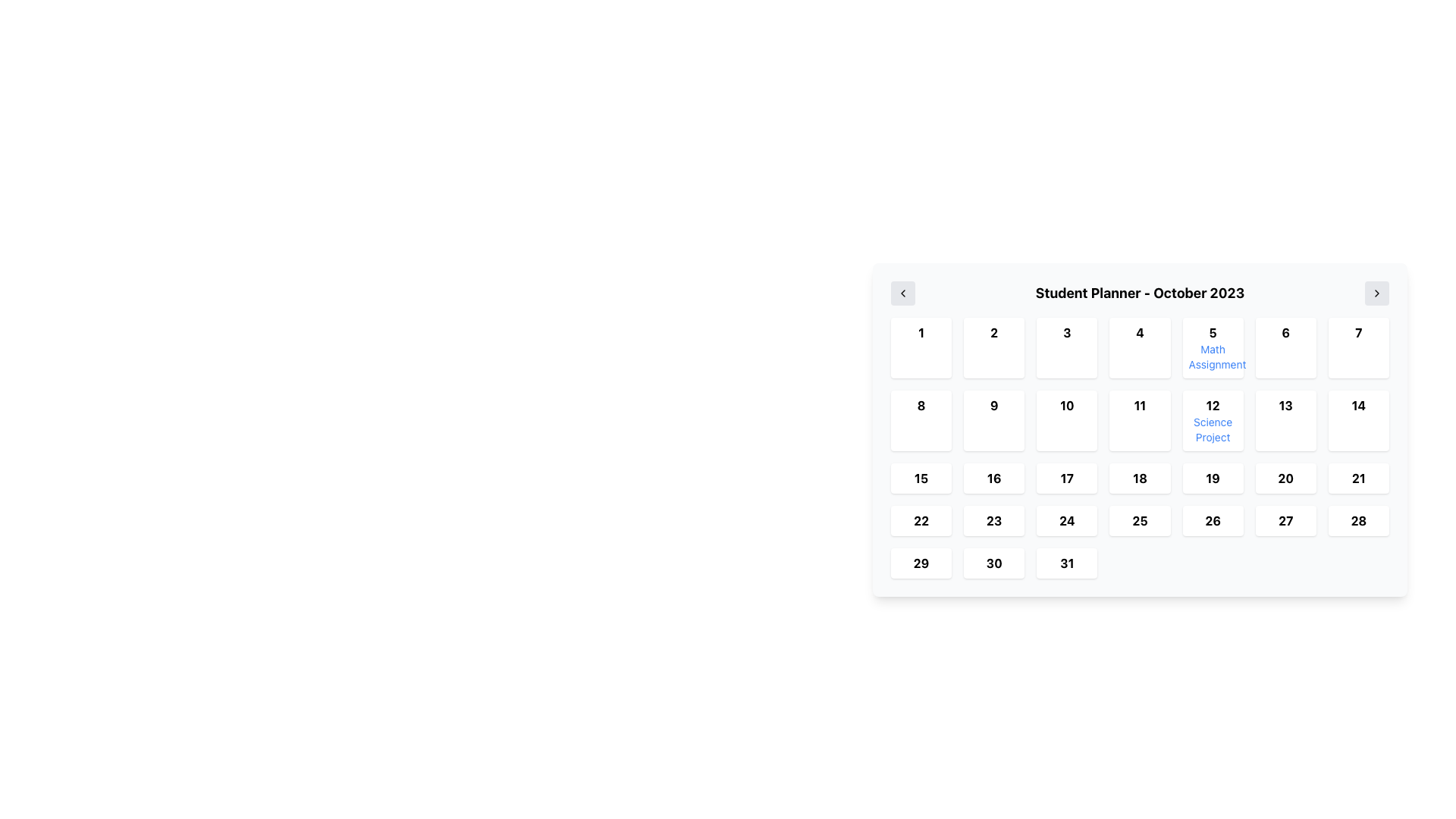  What do you see at coordinates (1358, 405) in the screenshot?
I see `the bold black number '14' displayed within the white tile in the calendar layout` at bounding box center [1358, 405].